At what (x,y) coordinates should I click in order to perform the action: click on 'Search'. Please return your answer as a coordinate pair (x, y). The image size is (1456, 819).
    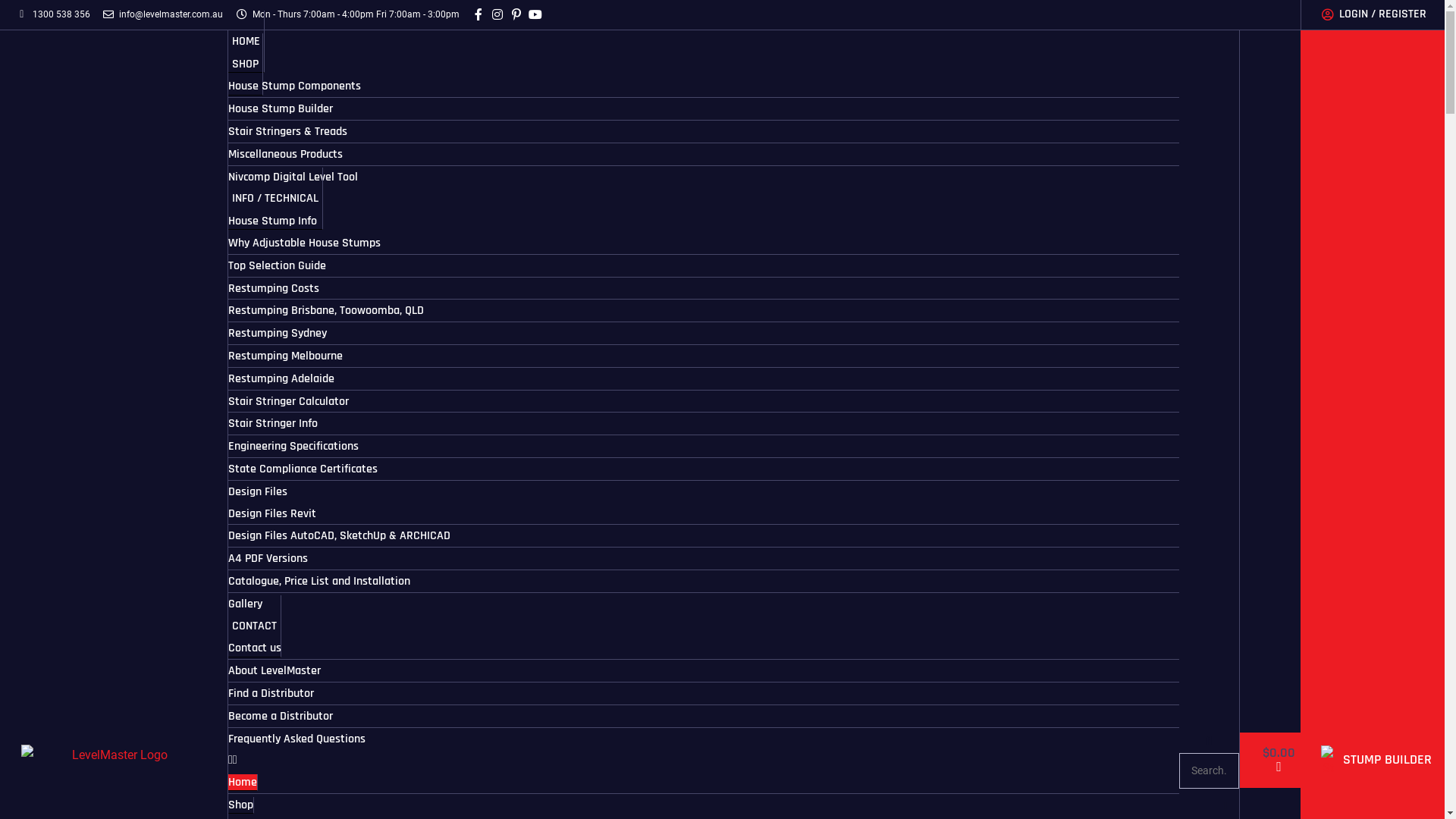
    Looking at the image, I should click on (1178, 770).